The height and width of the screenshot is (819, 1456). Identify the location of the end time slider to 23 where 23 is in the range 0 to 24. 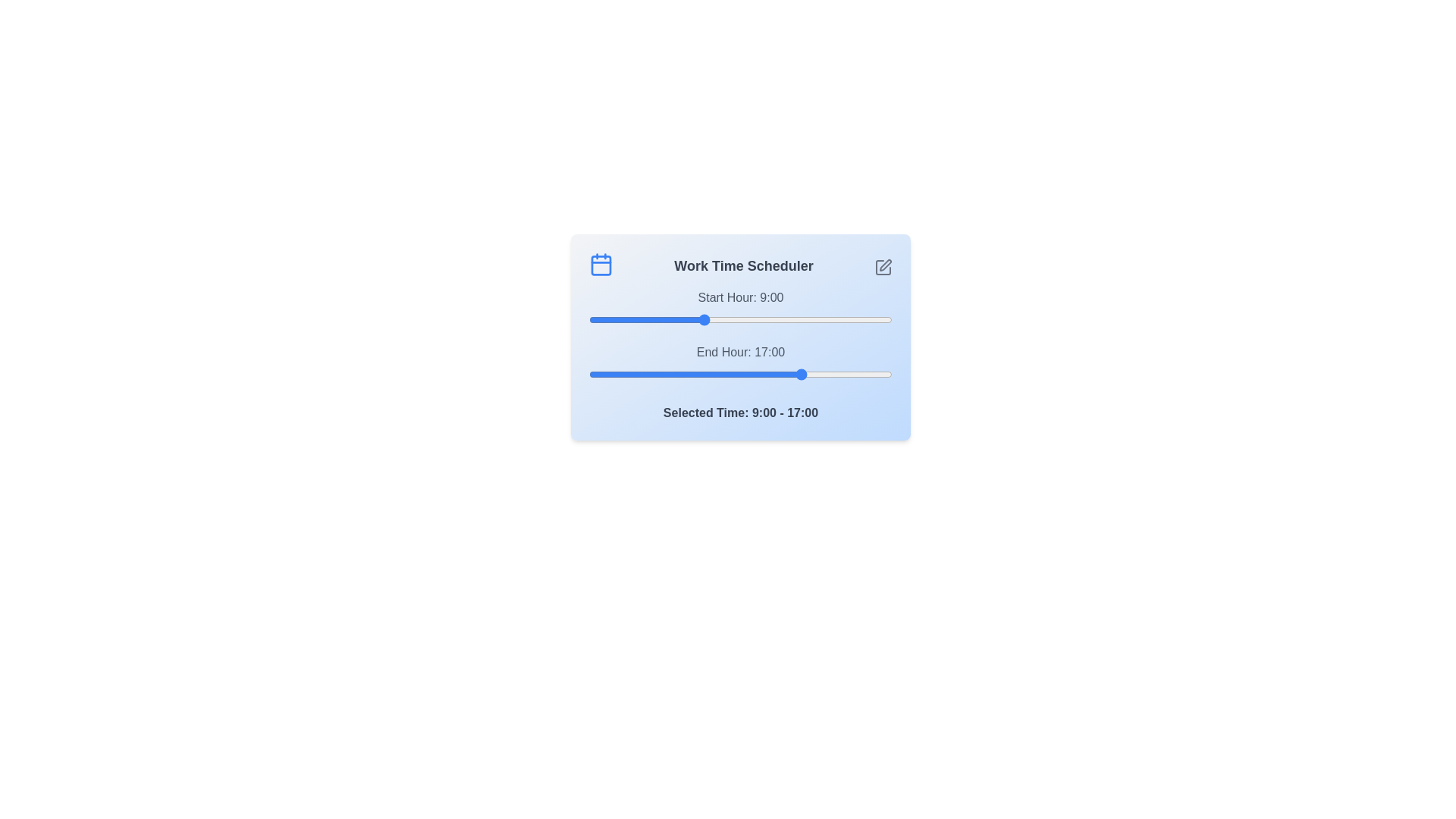
(880, 374).